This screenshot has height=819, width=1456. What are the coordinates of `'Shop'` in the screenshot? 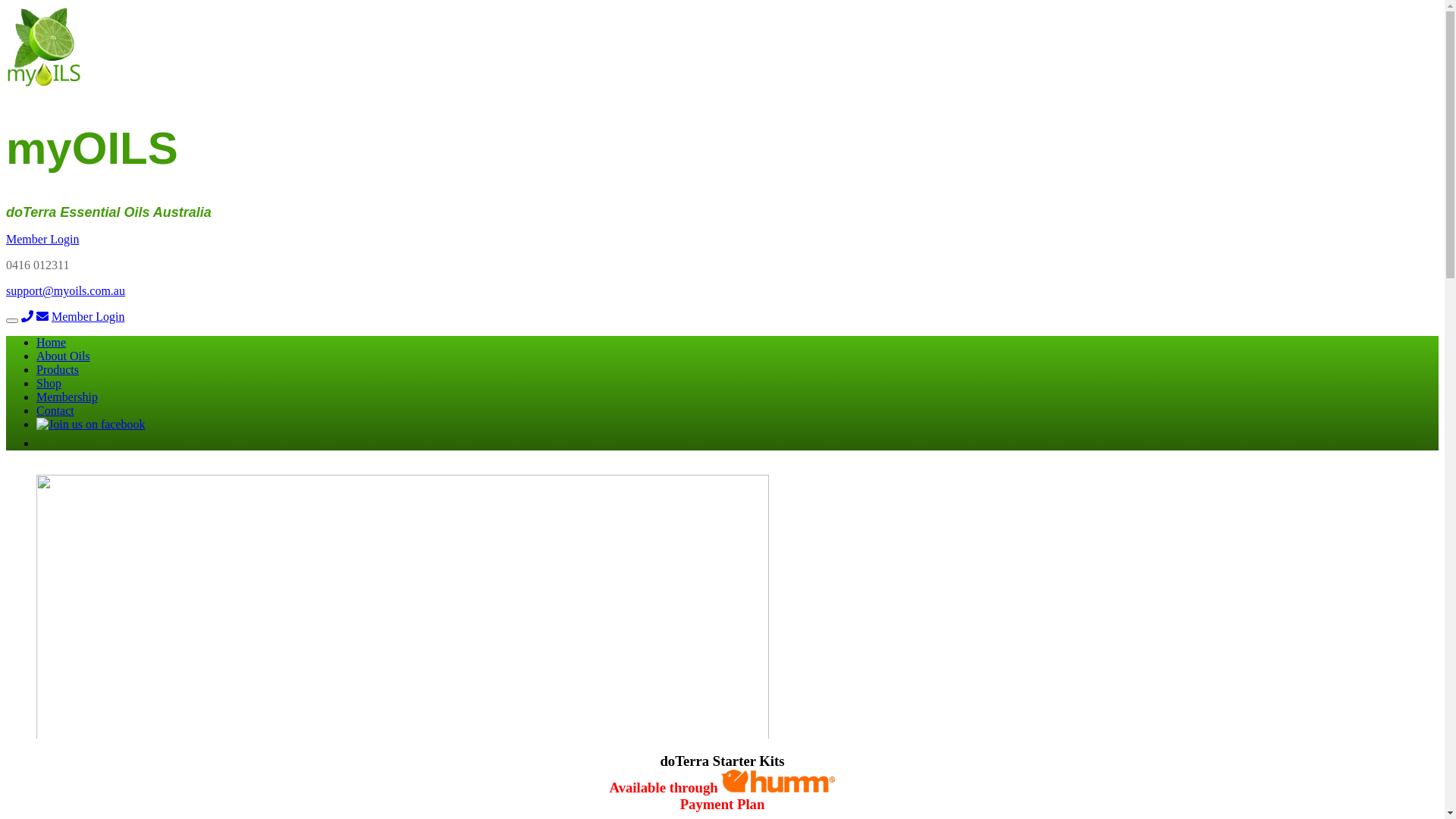 It's located at (49, 382).